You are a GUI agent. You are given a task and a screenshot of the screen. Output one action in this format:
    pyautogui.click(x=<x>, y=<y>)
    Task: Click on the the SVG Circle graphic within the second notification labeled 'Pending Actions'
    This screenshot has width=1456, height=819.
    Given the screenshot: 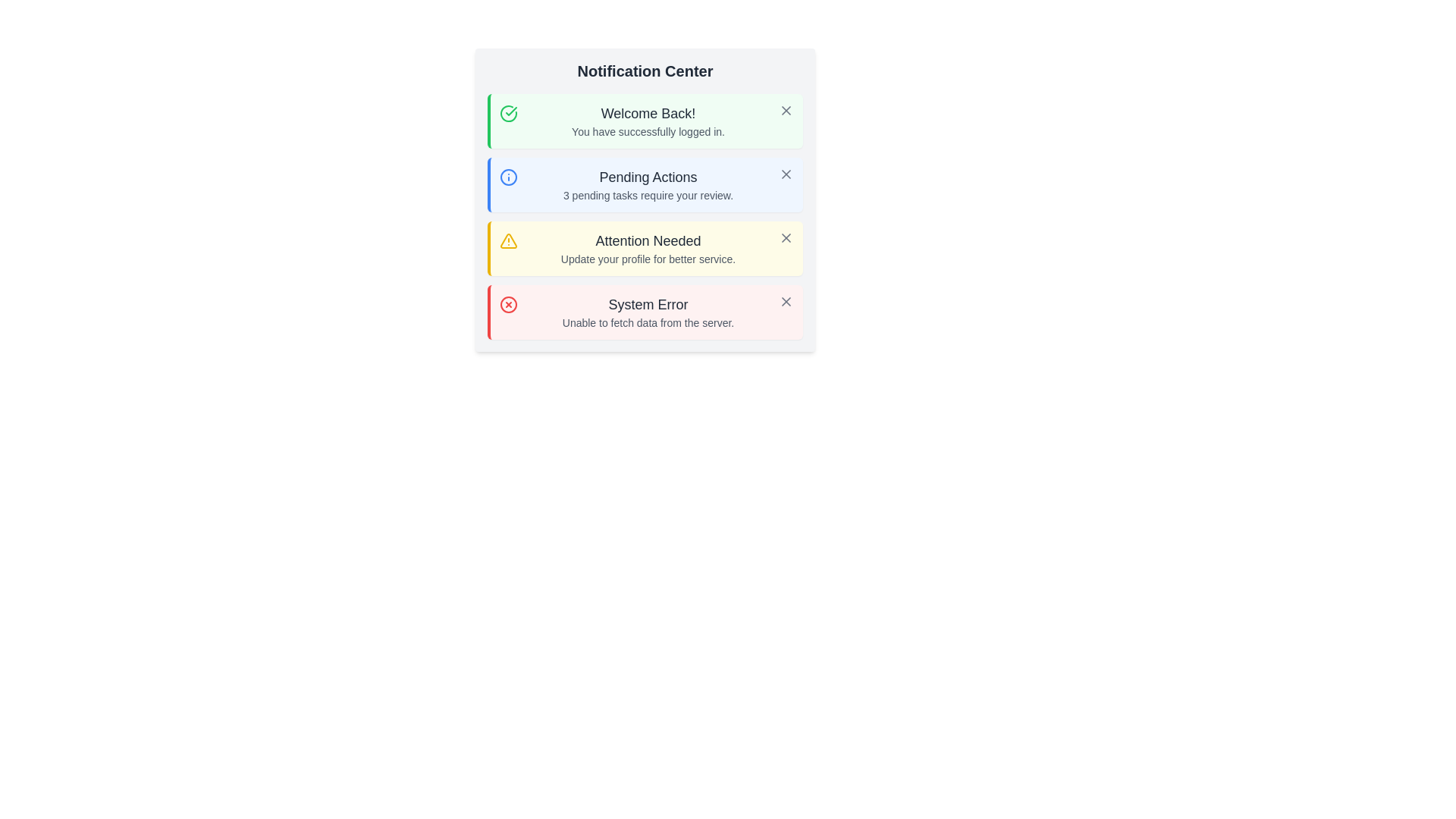 What is the action you would take?
    pyautogui.click(x=509, y=177)
    